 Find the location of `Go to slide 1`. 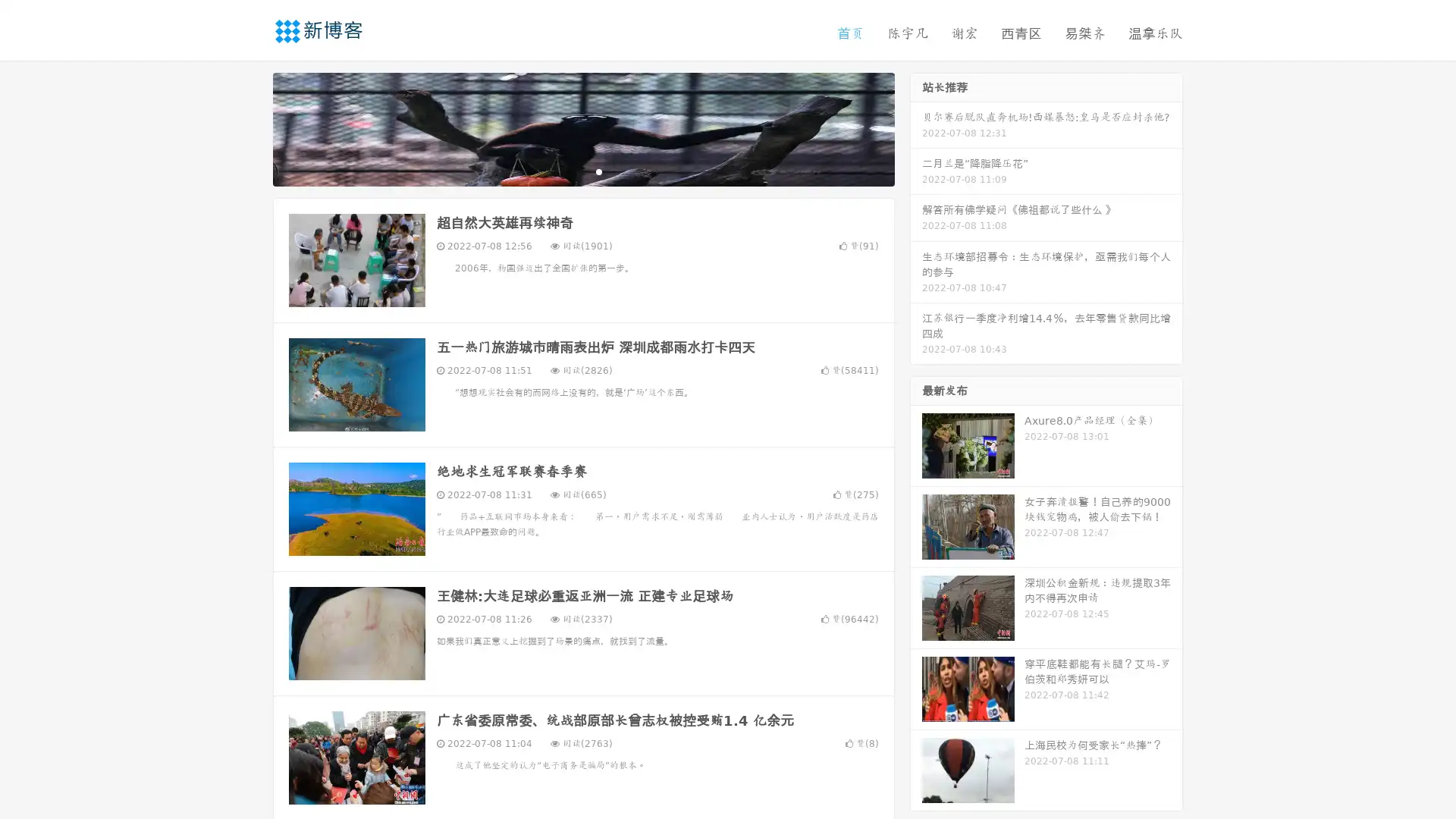

Go to slide 1 is located at coordinates (567, 171).